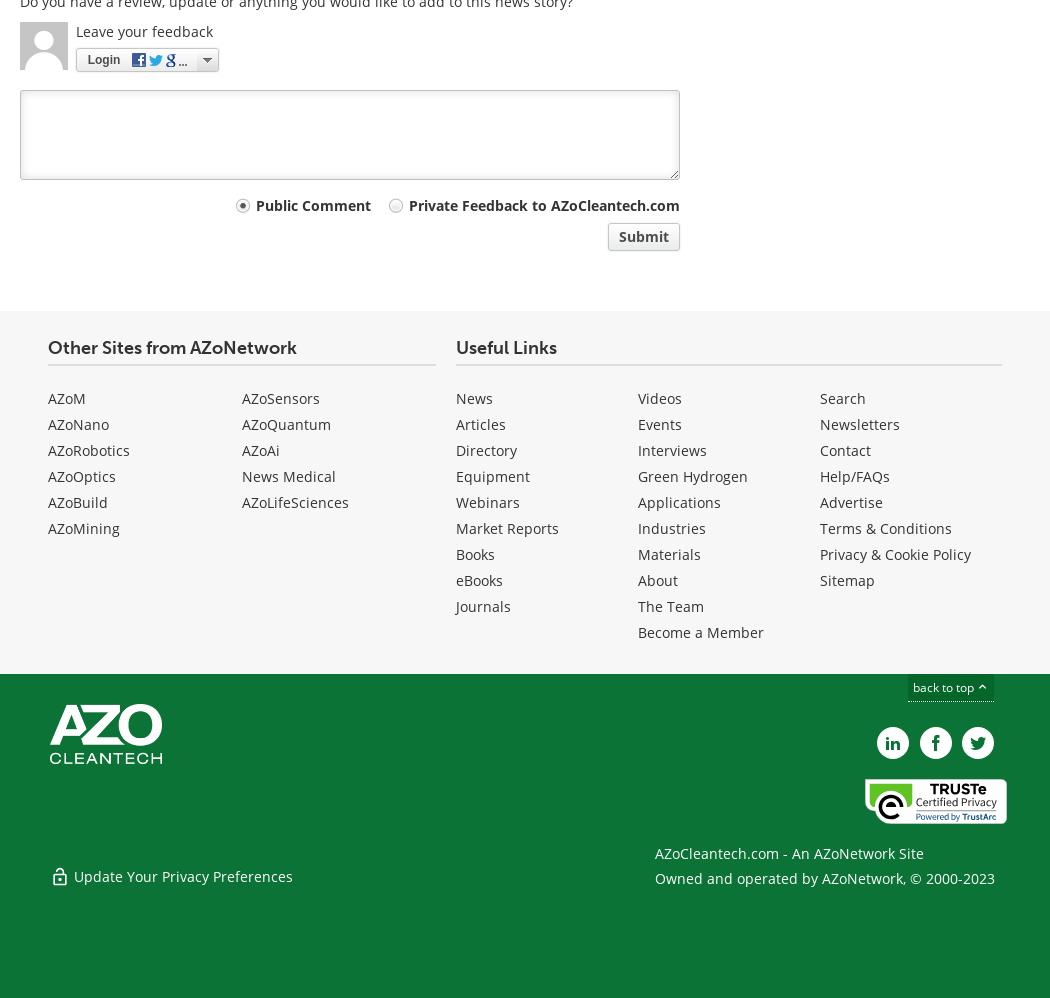  What do you see at coordinates (818, 528) in the screenshot?
I see `'Terms & Conditions'` at bounding box center [818, 528].